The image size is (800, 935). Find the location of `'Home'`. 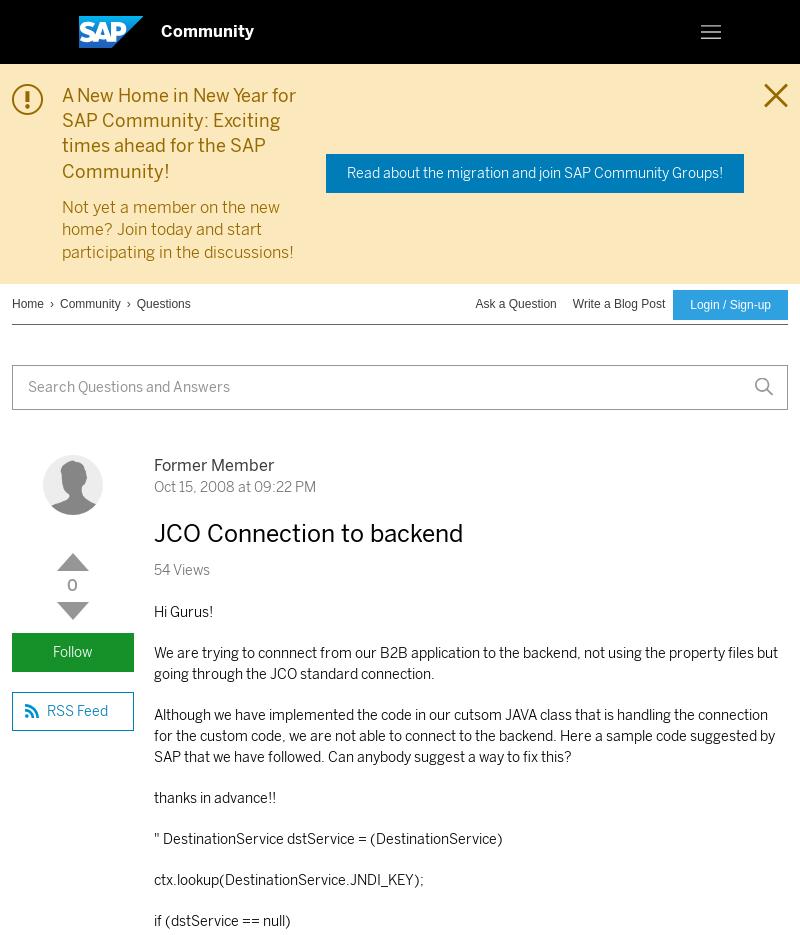

'Home' is located at coordinates (28, 303).